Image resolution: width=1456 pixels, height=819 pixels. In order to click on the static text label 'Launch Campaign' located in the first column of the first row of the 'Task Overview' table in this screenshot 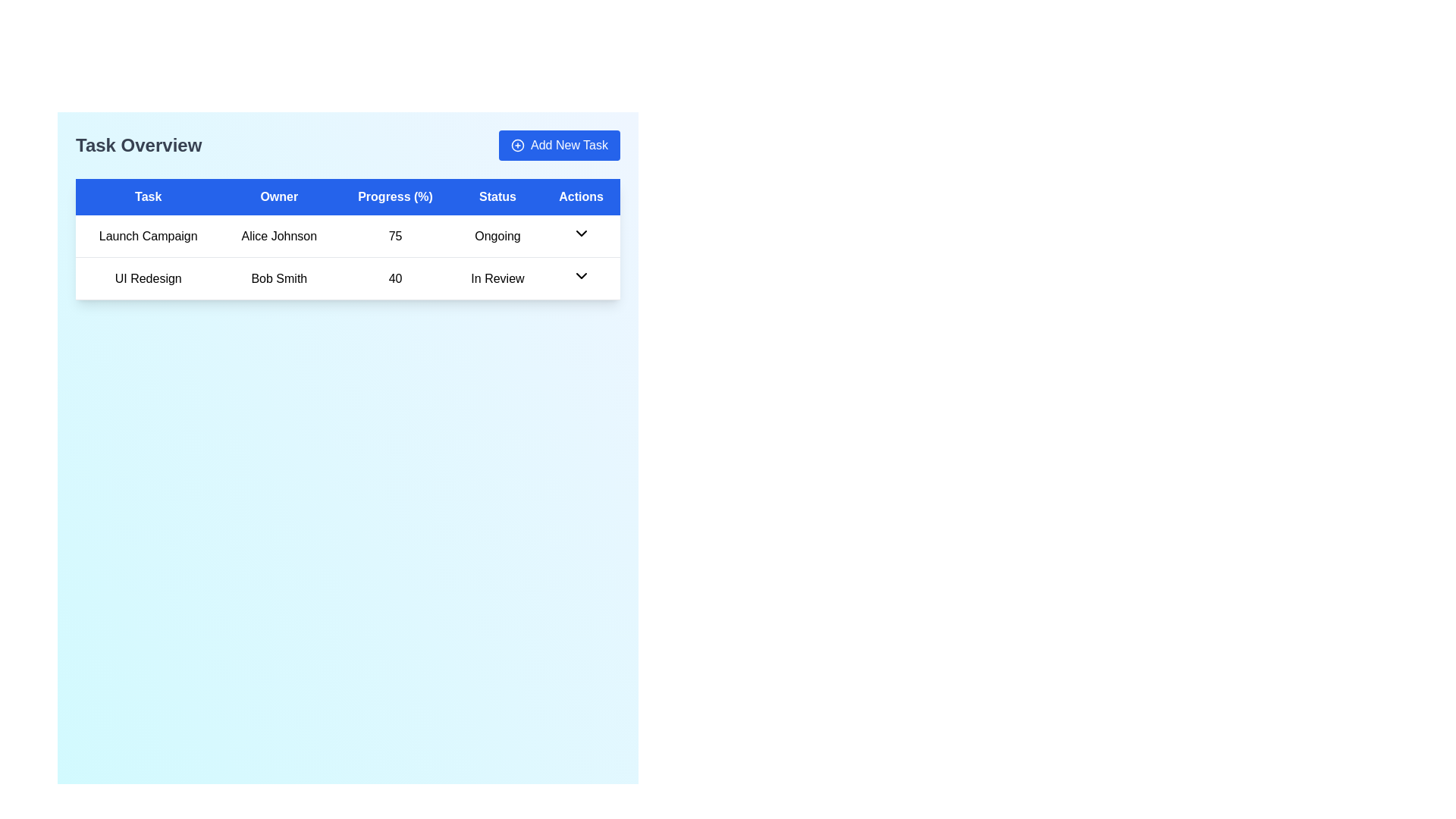, I will do `click(148, 236)`.